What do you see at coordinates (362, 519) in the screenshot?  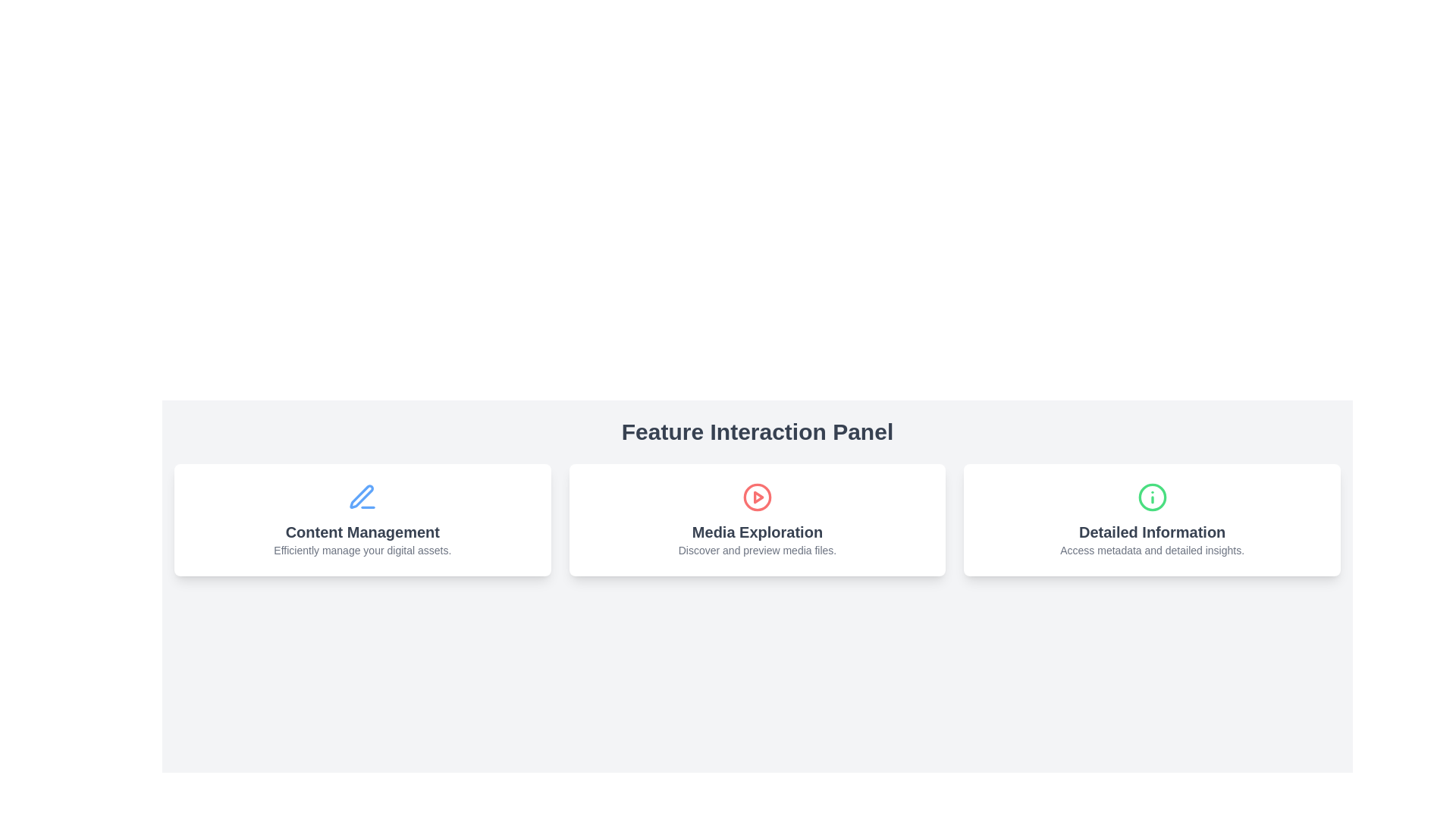 I see `the first navigation card located in the middle center area of the interface` at bounding box center [362, 519].